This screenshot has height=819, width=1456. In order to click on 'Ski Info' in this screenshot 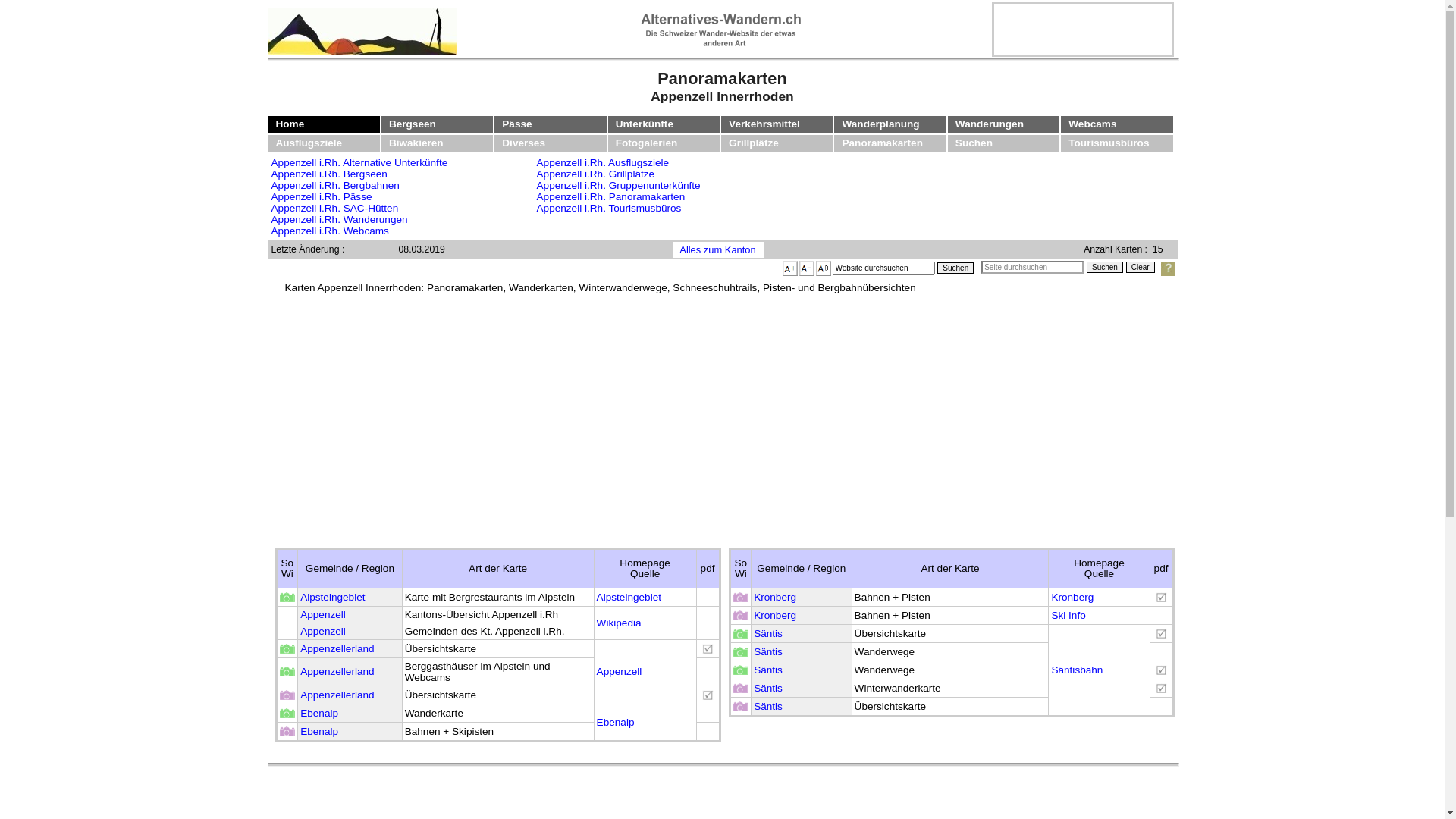, I will do `click(1067, 615)`.